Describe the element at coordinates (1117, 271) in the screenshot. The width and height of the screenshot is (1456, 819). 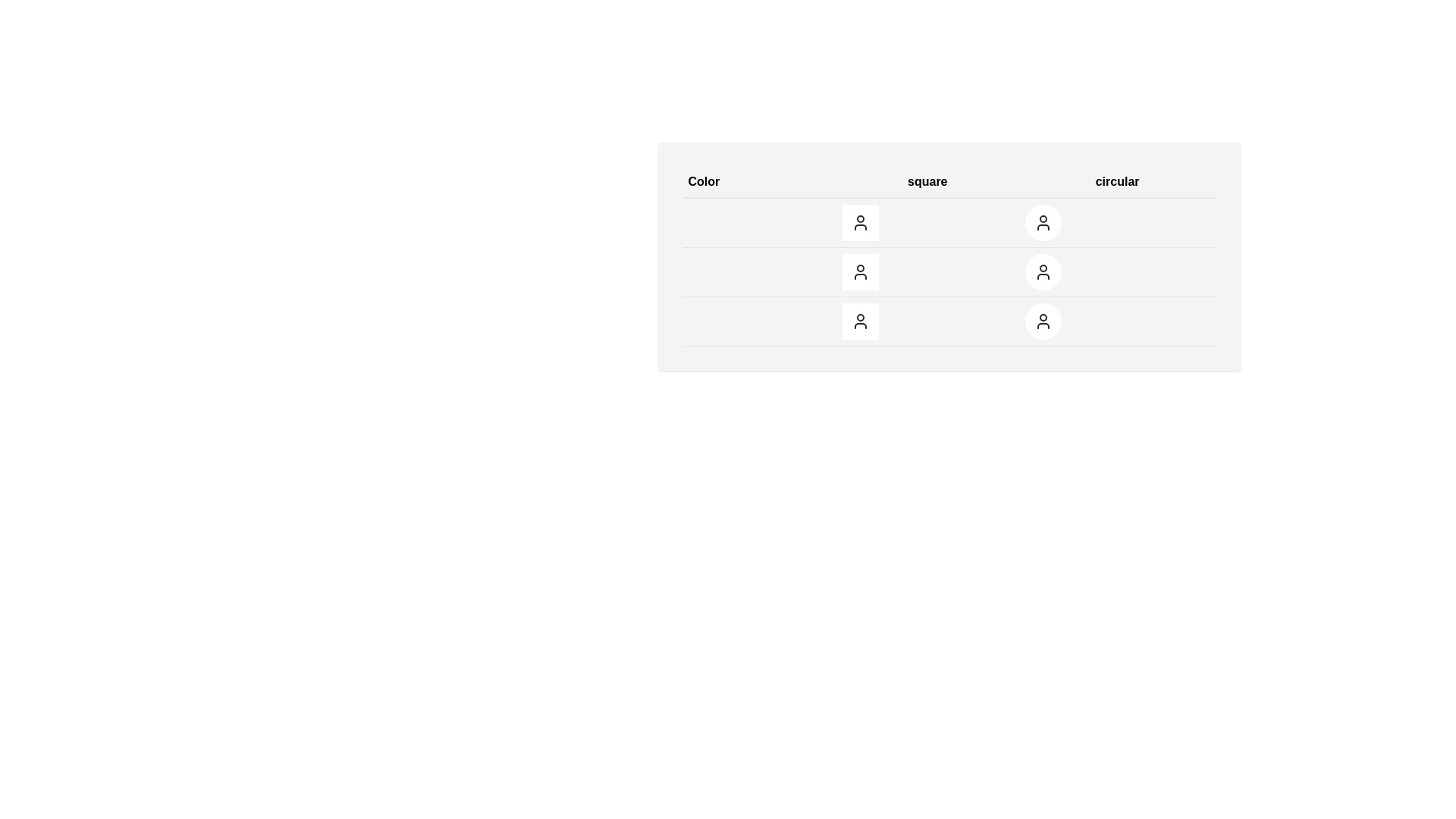
I see `the third table cell representing a user profile in the circular category, located in the third row of the table layout` at that location.